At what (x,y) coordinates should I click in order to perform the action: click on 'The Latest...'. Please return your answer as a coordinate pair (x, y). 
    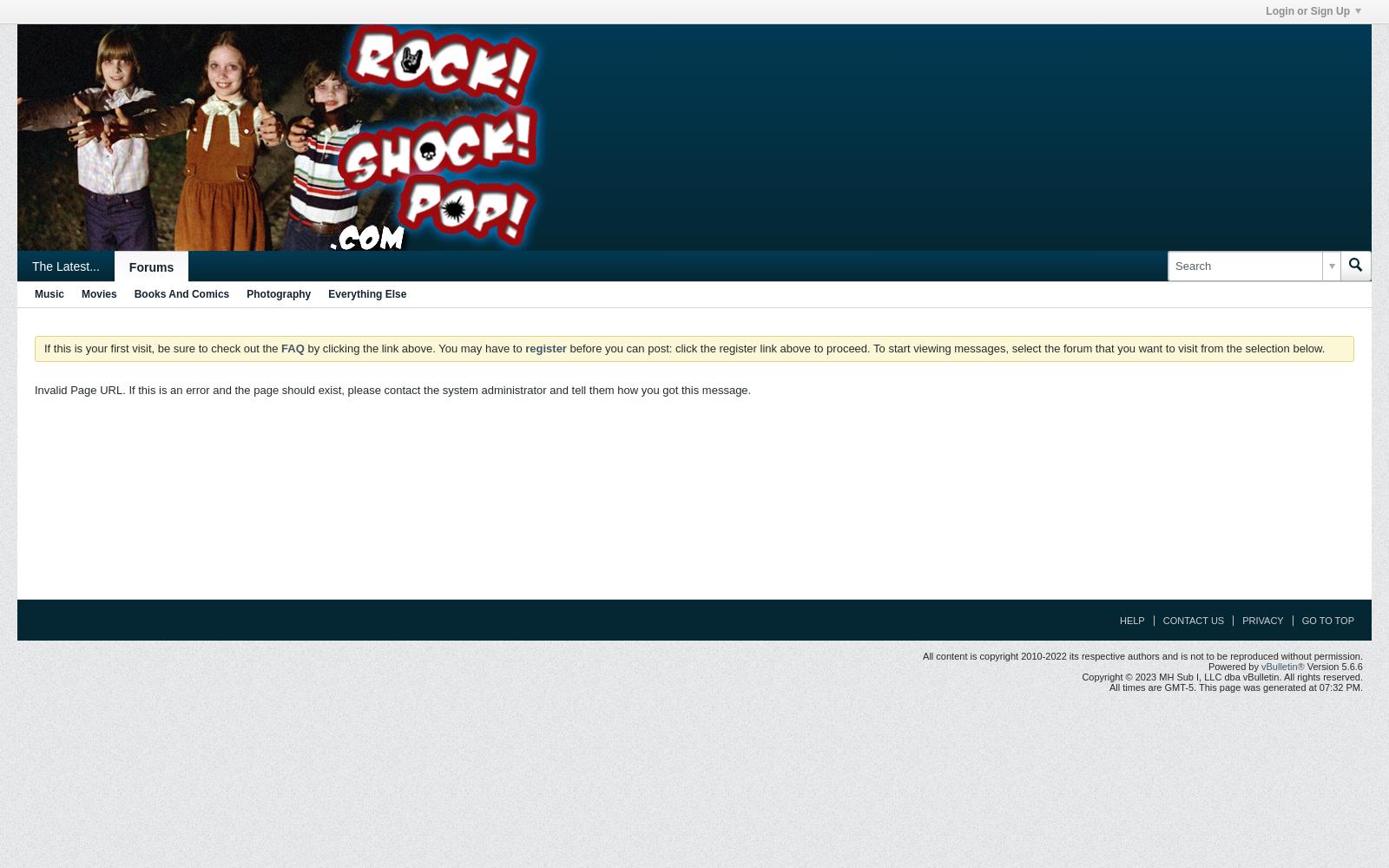
    Looking at the image, I should click on (64, 266).